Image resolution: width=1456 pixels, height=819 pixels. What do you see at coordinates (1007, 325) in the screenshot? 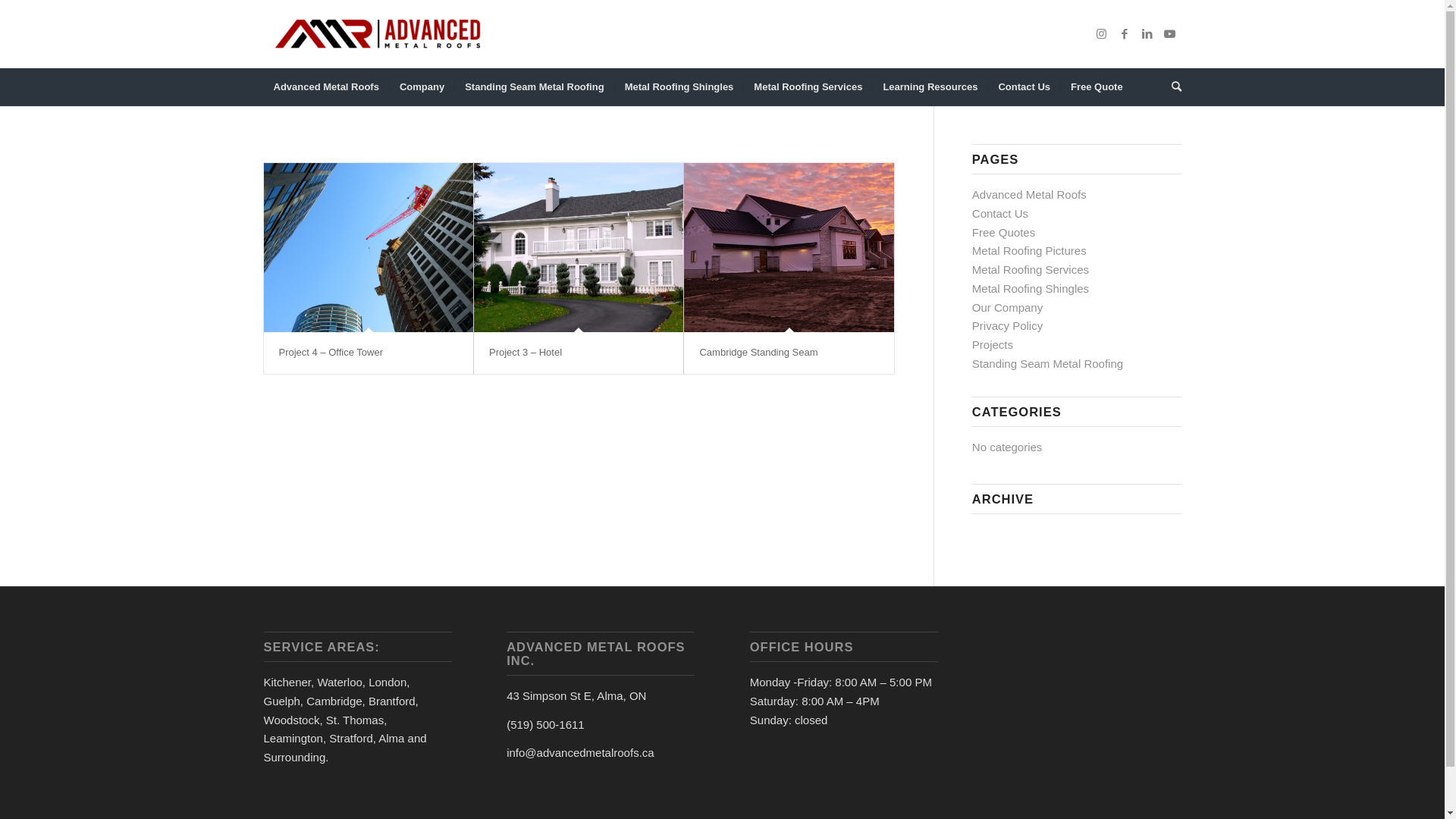
I see `'Privacy Policy'` at bounding box center [1007, 325].